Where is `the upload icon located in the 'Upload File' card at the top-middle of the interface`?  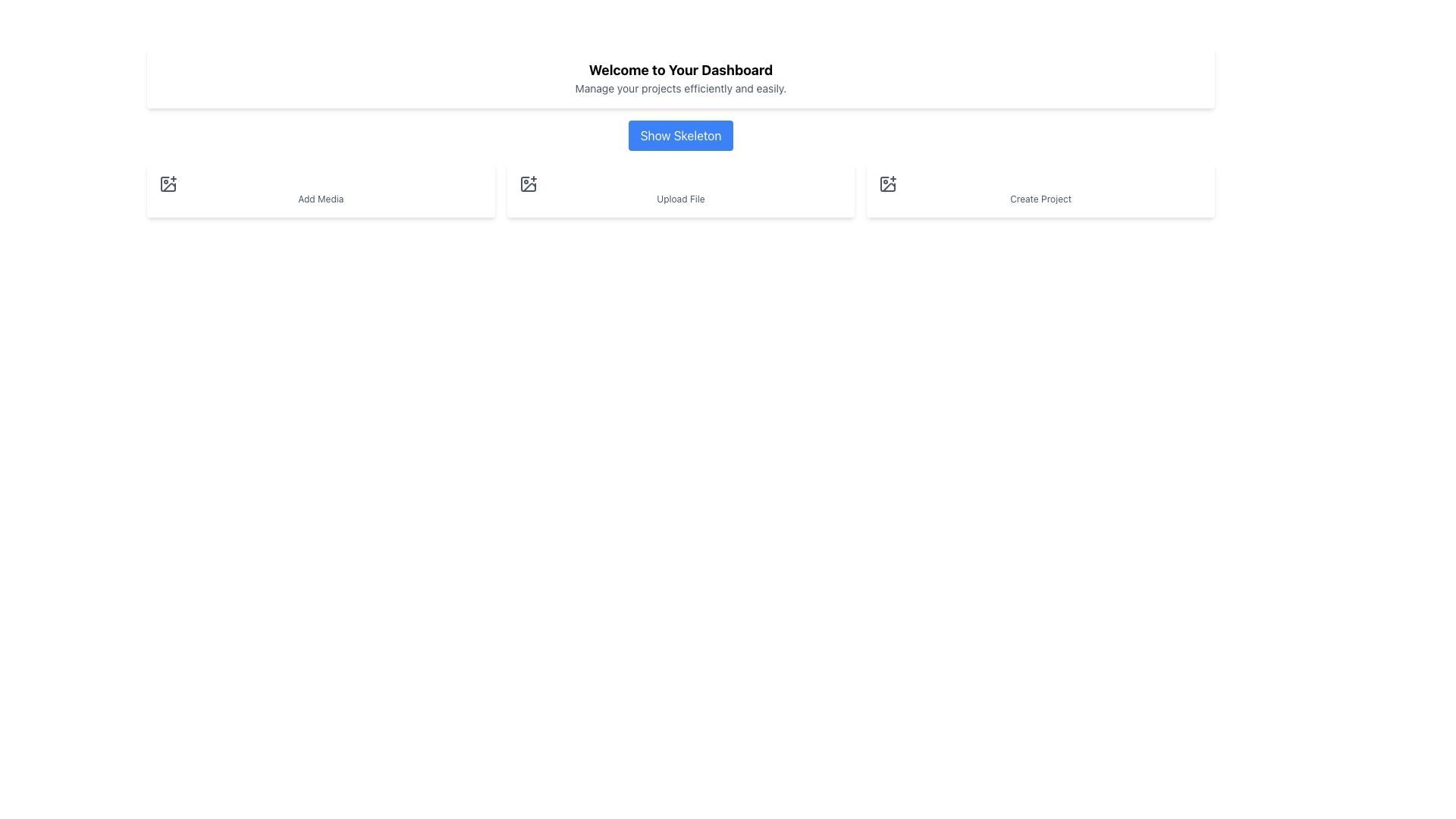
the upload icon located in the 'Upload File' card at the top-middle of the interface is located at coordinates (528, 184).